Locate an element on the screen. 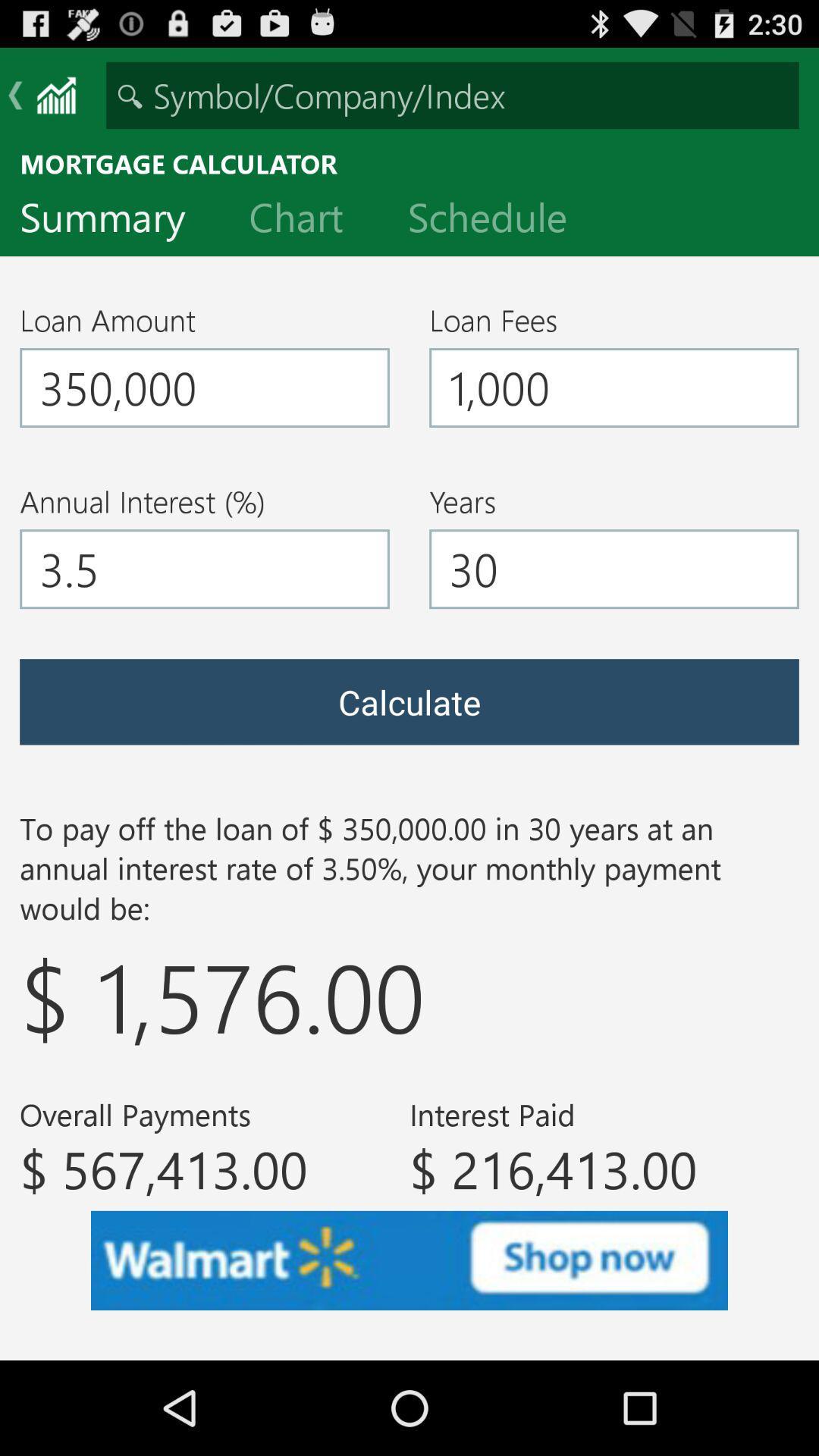 Image resolution: width=819 pixels, height=1456 pixels. the summary is located at coordinates (114, 220).